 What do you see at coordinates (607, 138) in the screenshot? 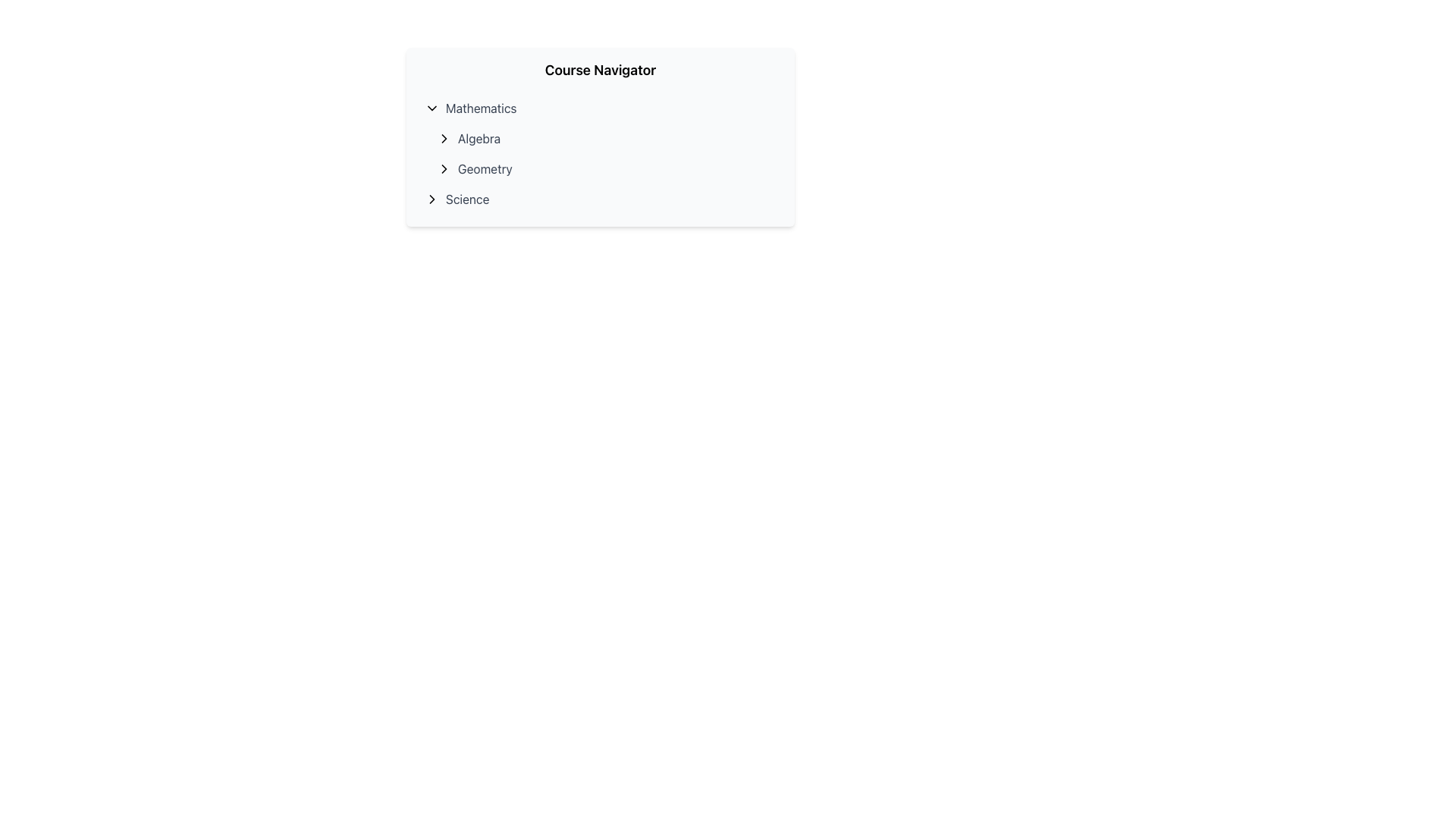
I see `the second visible Interactive List Item under the 'Mathematics' category` at bounding box center [607, 138].